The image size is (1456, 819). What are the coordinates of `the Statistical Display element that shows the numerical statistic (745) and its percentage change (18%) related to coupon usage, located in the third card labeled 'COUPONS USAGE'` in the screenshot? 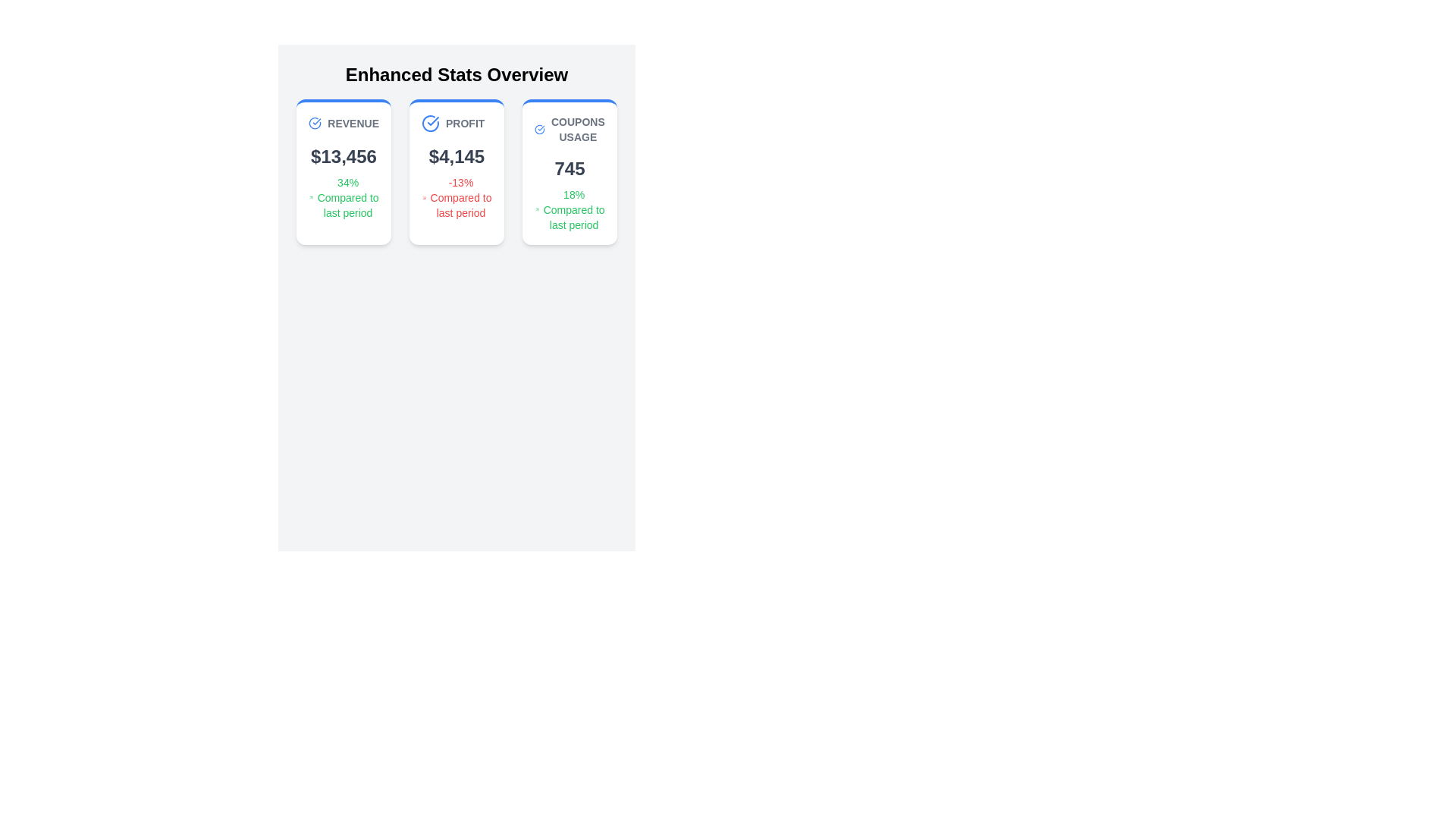 It's located at (569, 194).